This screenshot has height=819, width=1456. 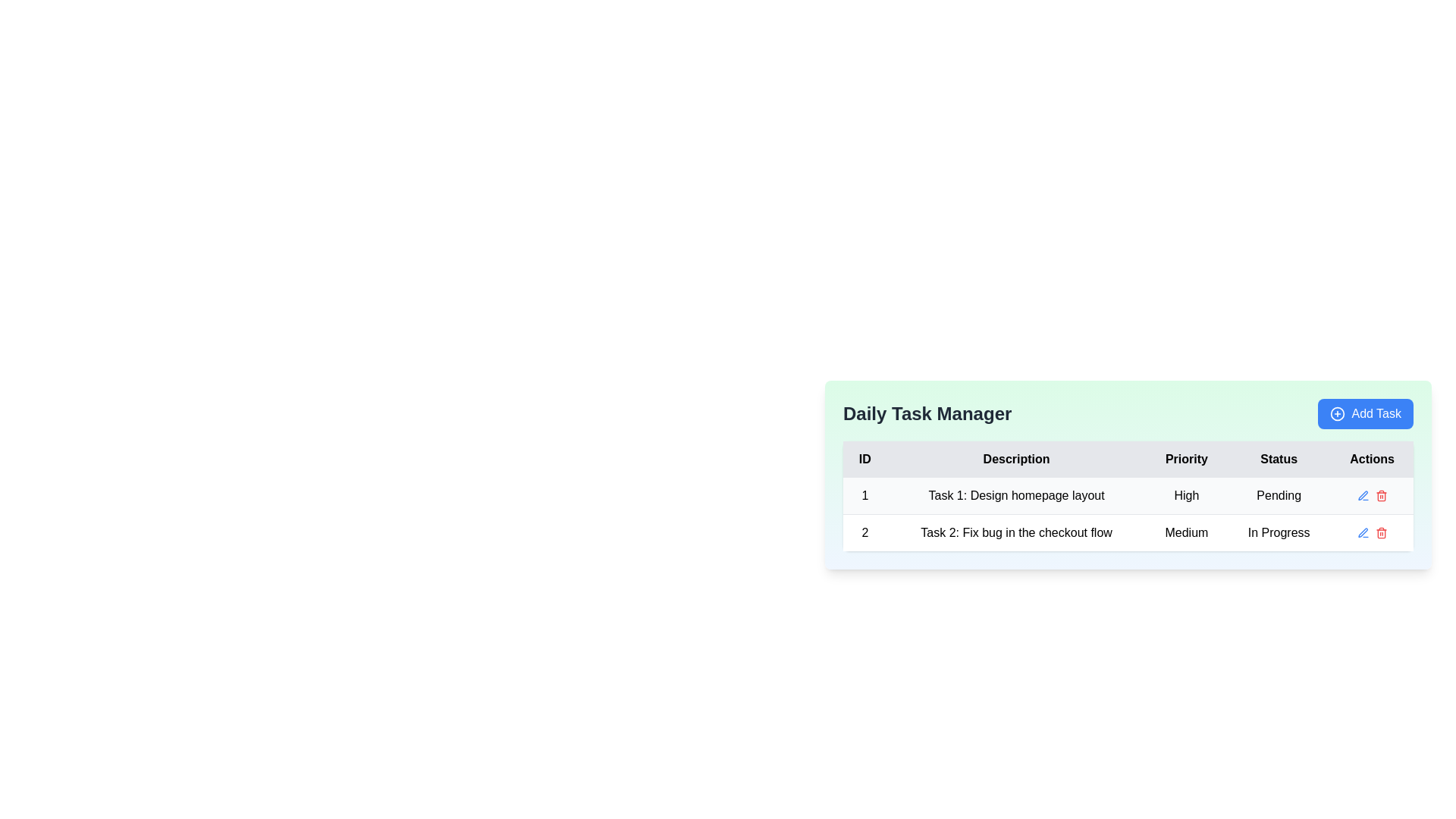 I want to click on the first row of the table in the 'Daily Task Manager' area, so click(x=1128, y=496).